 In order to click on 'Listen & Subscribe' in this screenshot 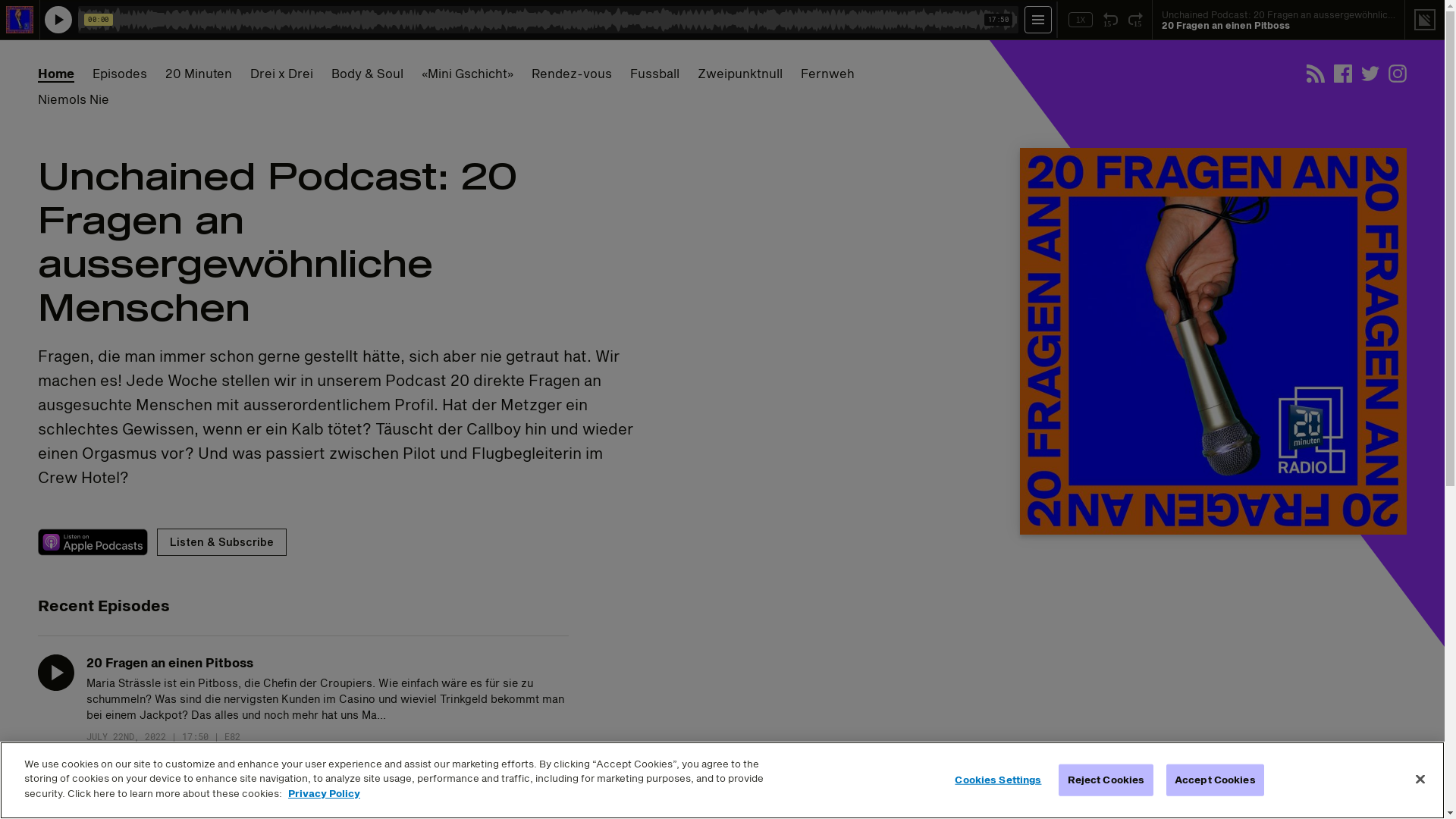, I will do `click(156, 541)`.